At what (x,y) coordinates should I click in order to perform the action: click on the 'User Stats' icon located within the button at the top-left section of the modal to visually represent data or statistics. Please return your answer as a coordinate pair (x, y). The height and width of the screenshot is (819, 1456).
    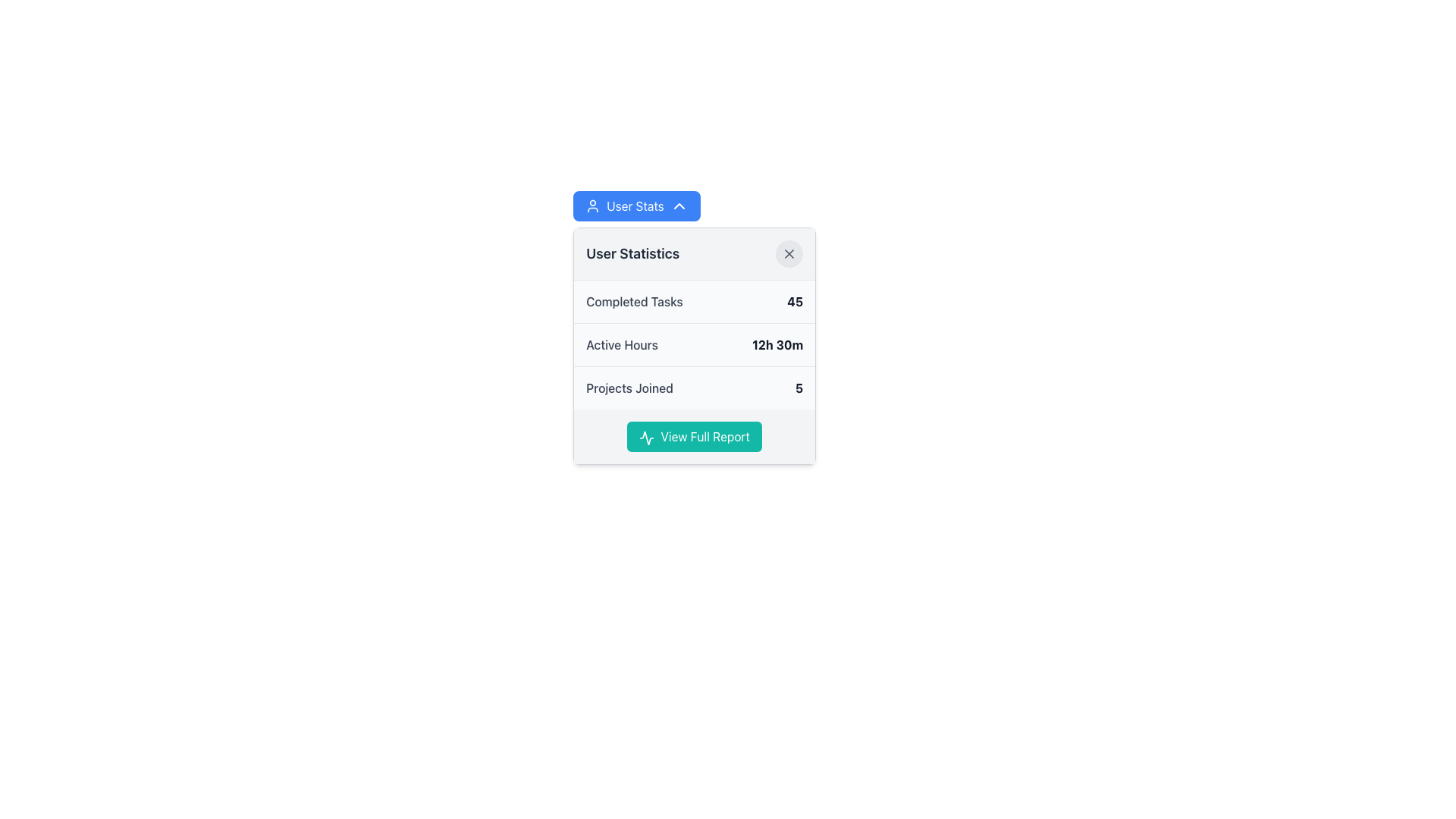
    Looking at the image, I should click on (647, 438).